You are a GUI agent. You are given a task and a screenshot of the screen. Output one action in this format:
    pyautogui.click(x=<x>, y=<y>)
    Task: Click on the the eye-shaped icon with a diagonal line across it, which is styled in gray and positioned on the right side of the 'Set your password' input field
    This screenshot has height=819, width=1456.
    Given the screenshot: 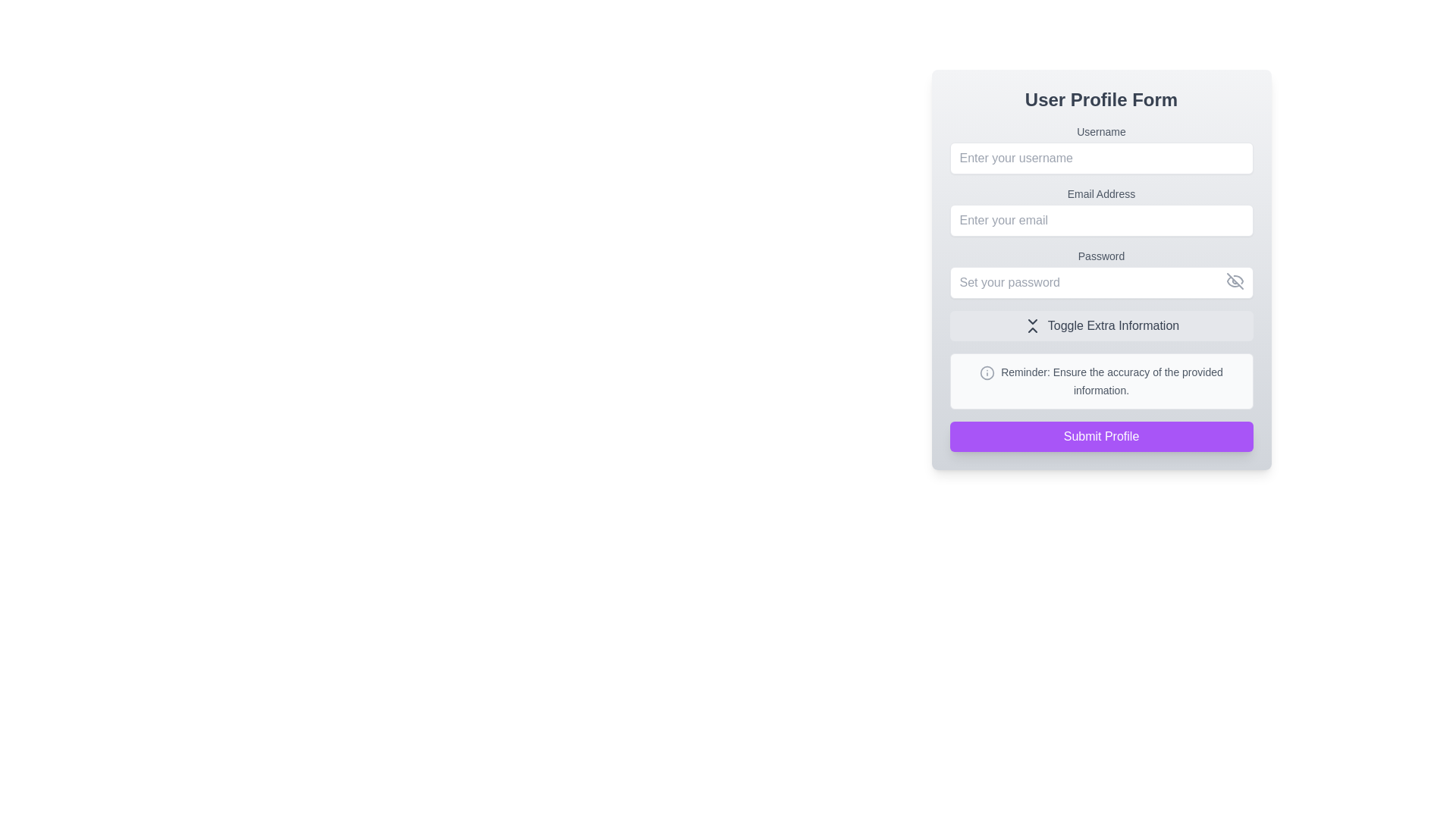 What is the action you would take?
    pyautogui.click(x=1235, y=281)
    